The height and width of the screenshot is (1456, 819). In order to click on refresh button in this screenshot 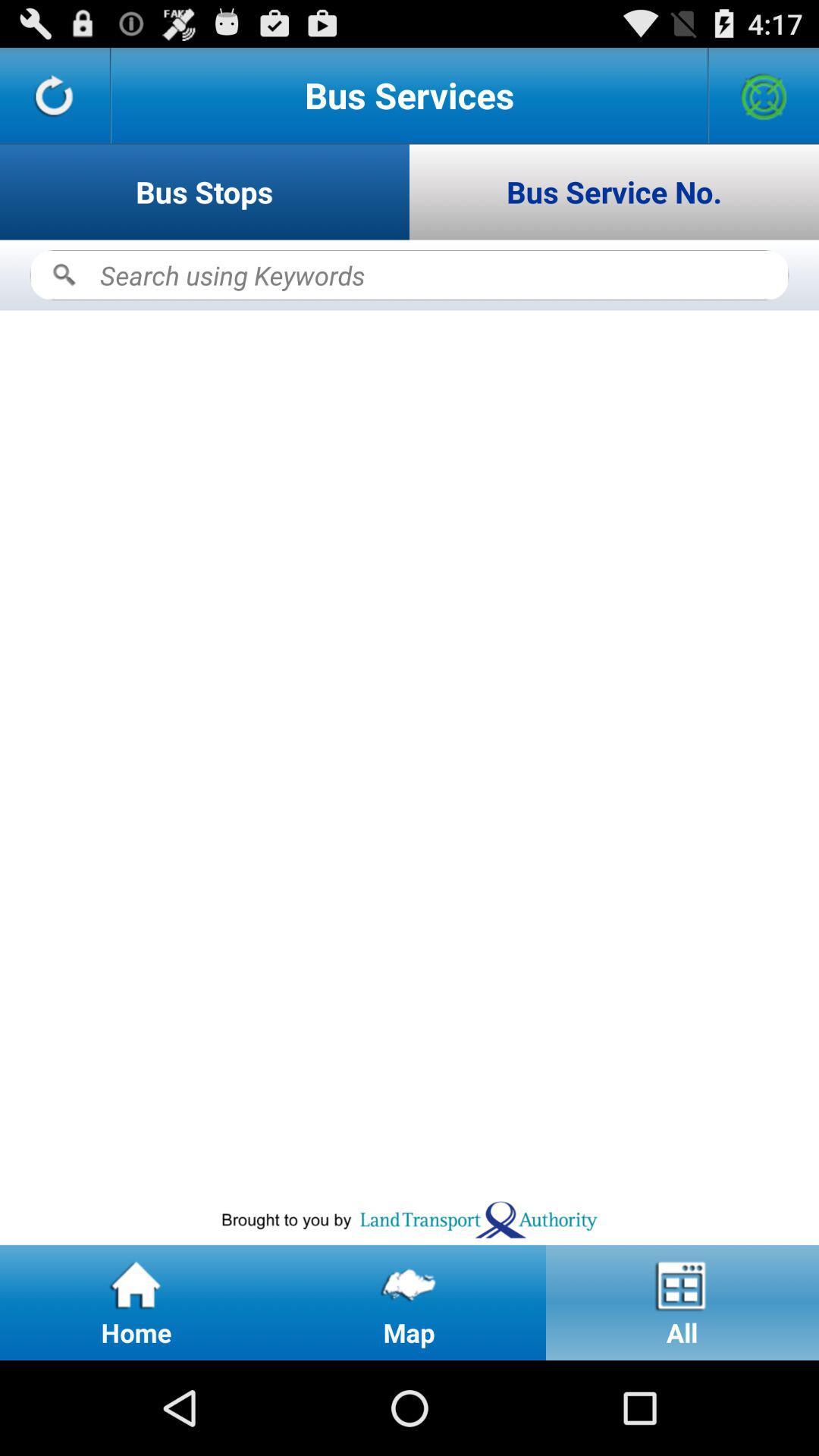, I will do `click(54, 94)`.